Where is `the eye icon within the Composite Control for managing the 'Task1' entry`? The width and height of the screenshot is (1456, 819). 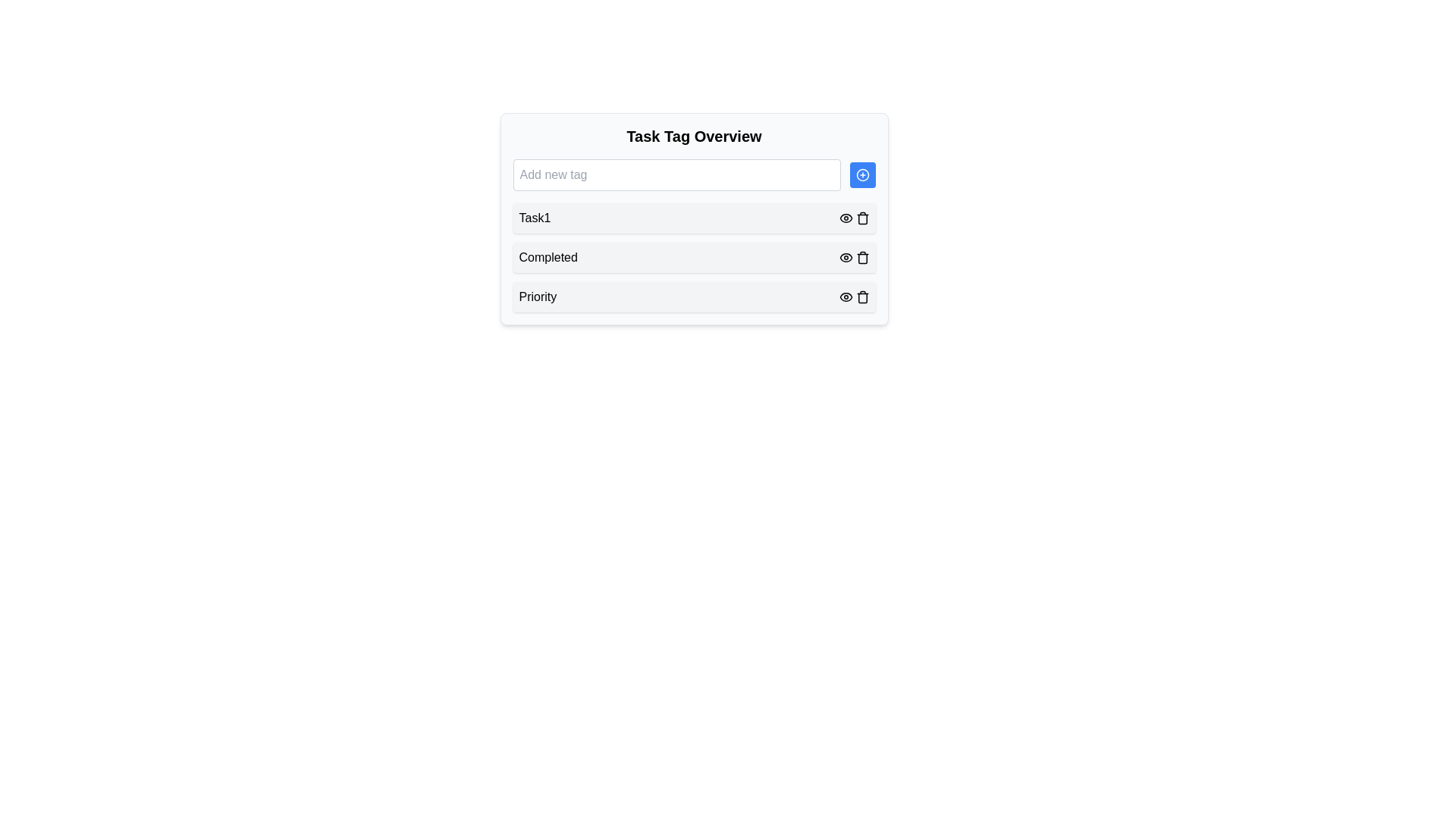 the eye icon within the Composite Control for managing the 'Task1' entry is located at coordinates (854, 218).